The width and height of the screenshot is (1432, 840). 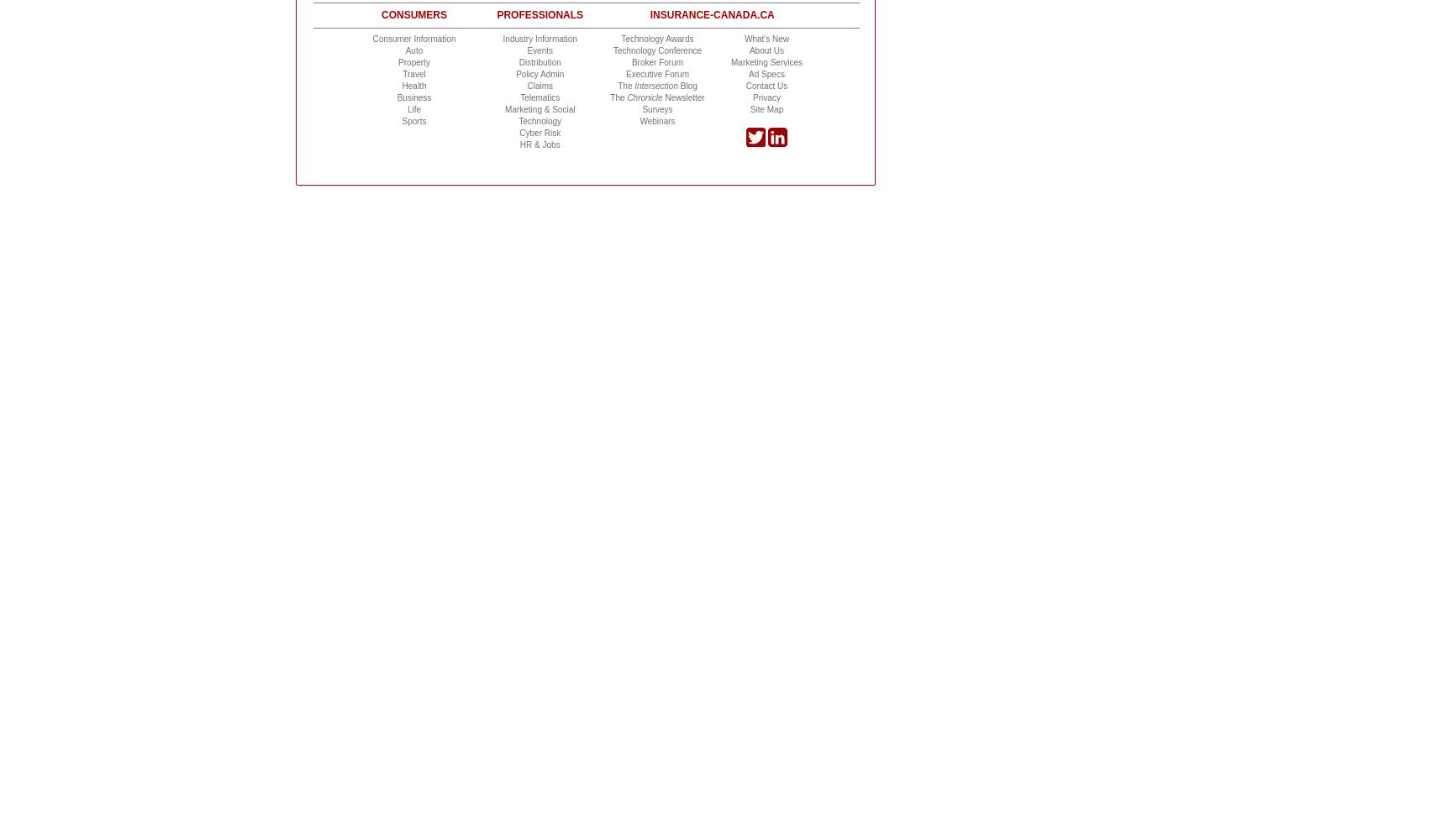 I want to click on 'Professionals', so click(x=539, y=15).